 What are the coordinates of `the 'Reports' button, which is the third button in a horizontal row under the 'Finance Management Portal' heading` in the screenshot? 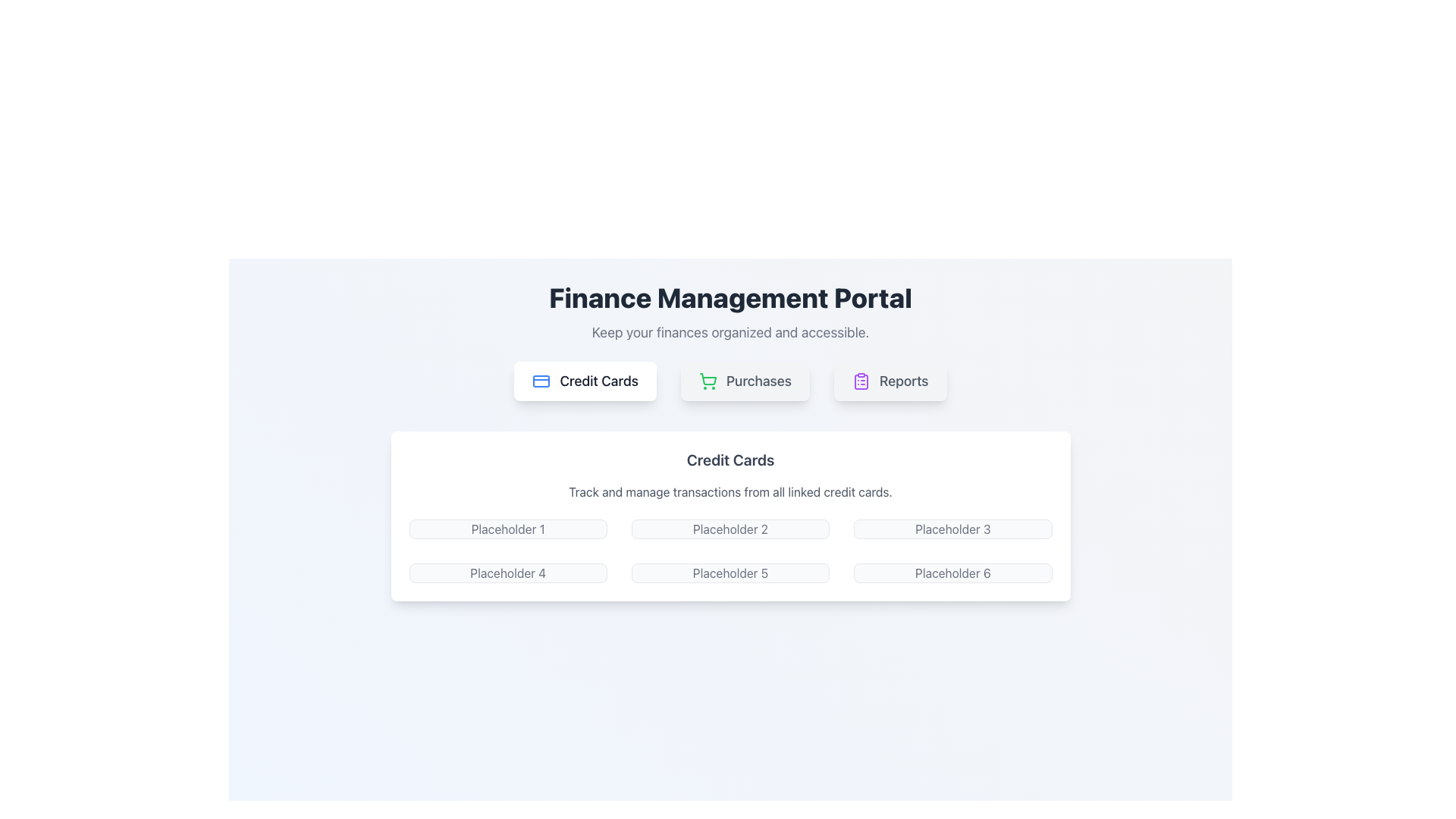 It's located at (890, 380).